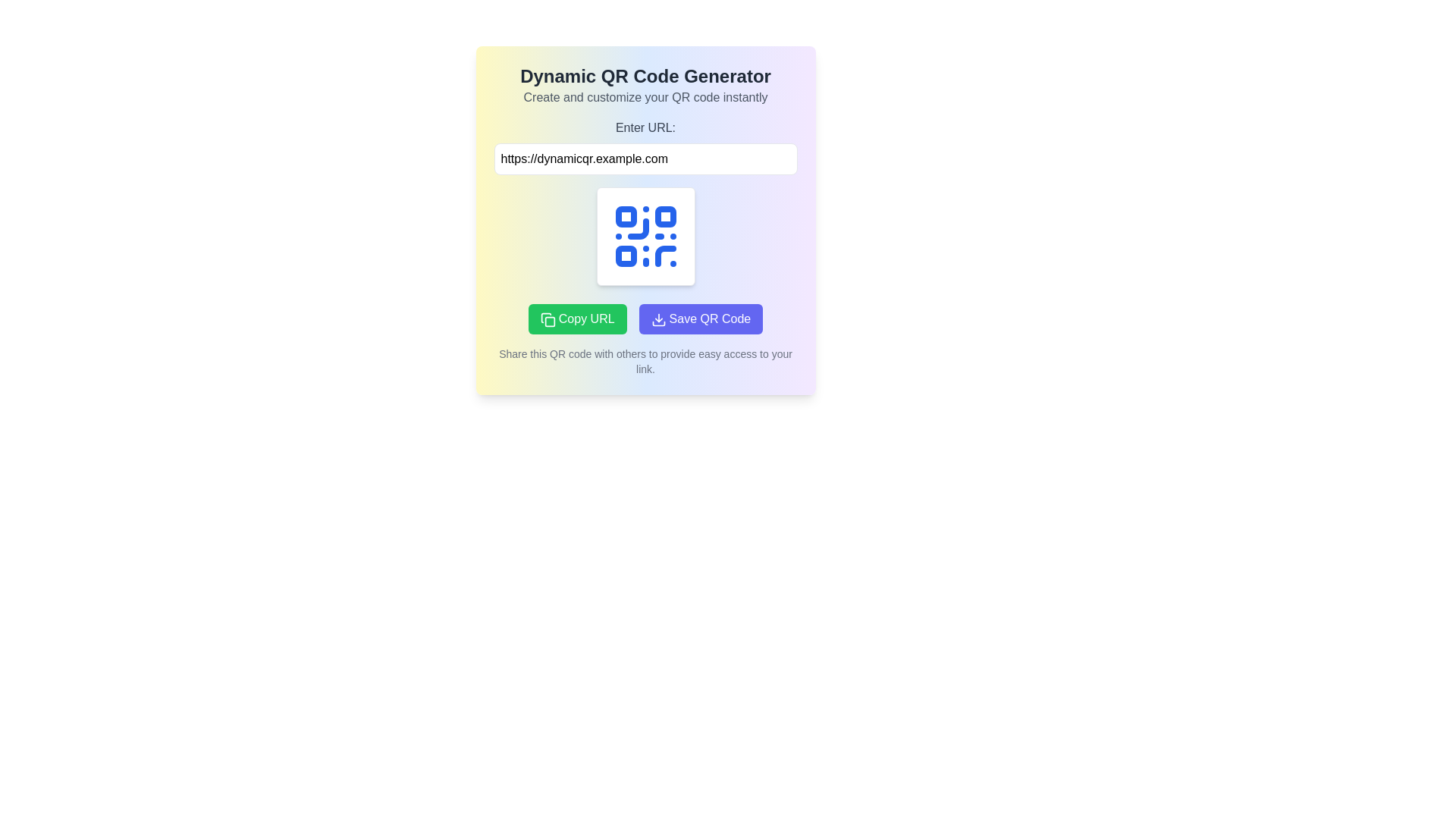 Image resolution: width=1456 pixels, height=819 pixels. I want to click on icon styled as a duplicate or copy symbol located left of the 'Copy URL' text in the green button for design purposes, so click(547, 318).